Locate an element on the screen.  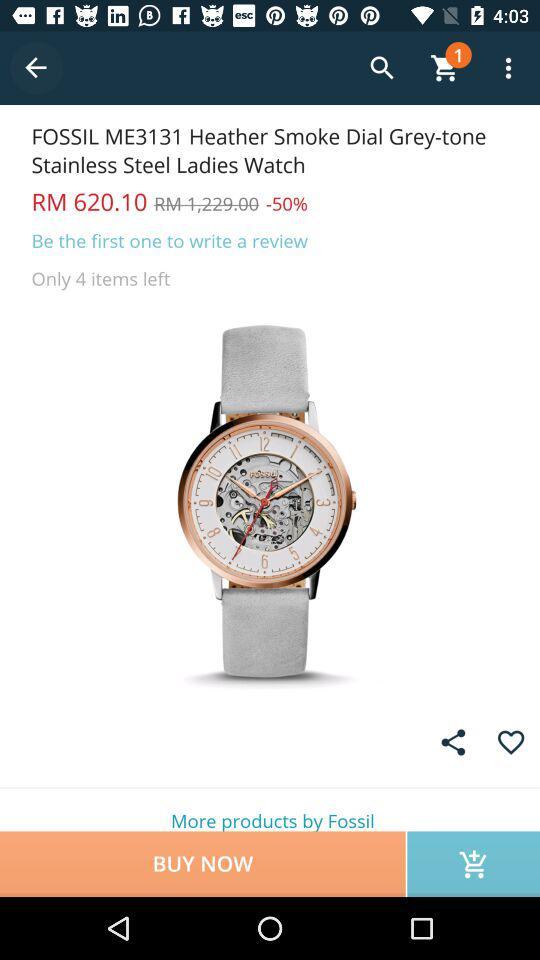
add favorite is located at coordinates (511, 741).